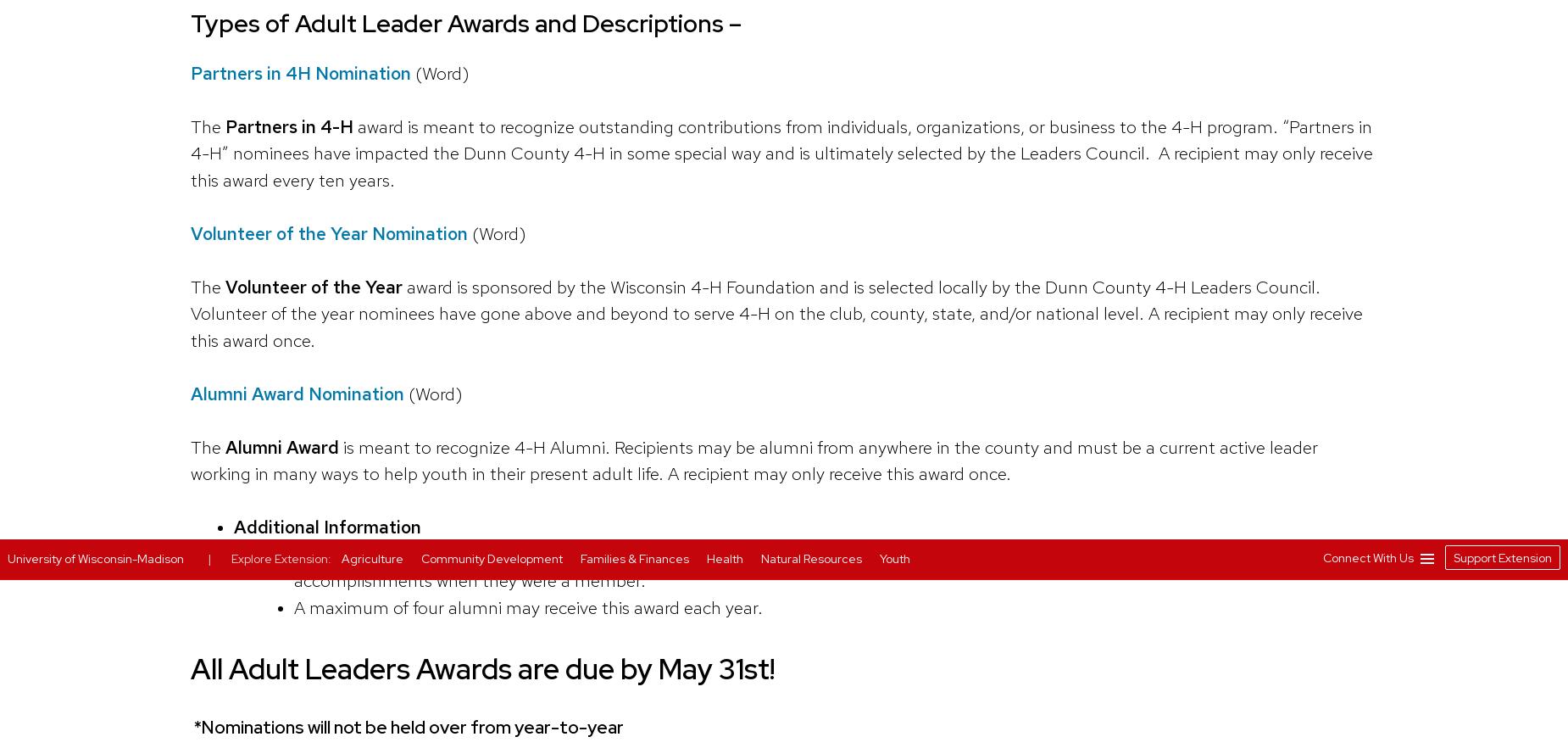 The height and width of the screenshot is (748, 1568). Describe the element at coordinates (1013, 88) in the screenshot. I see `'Disability Accommodation Requests'` at that location.